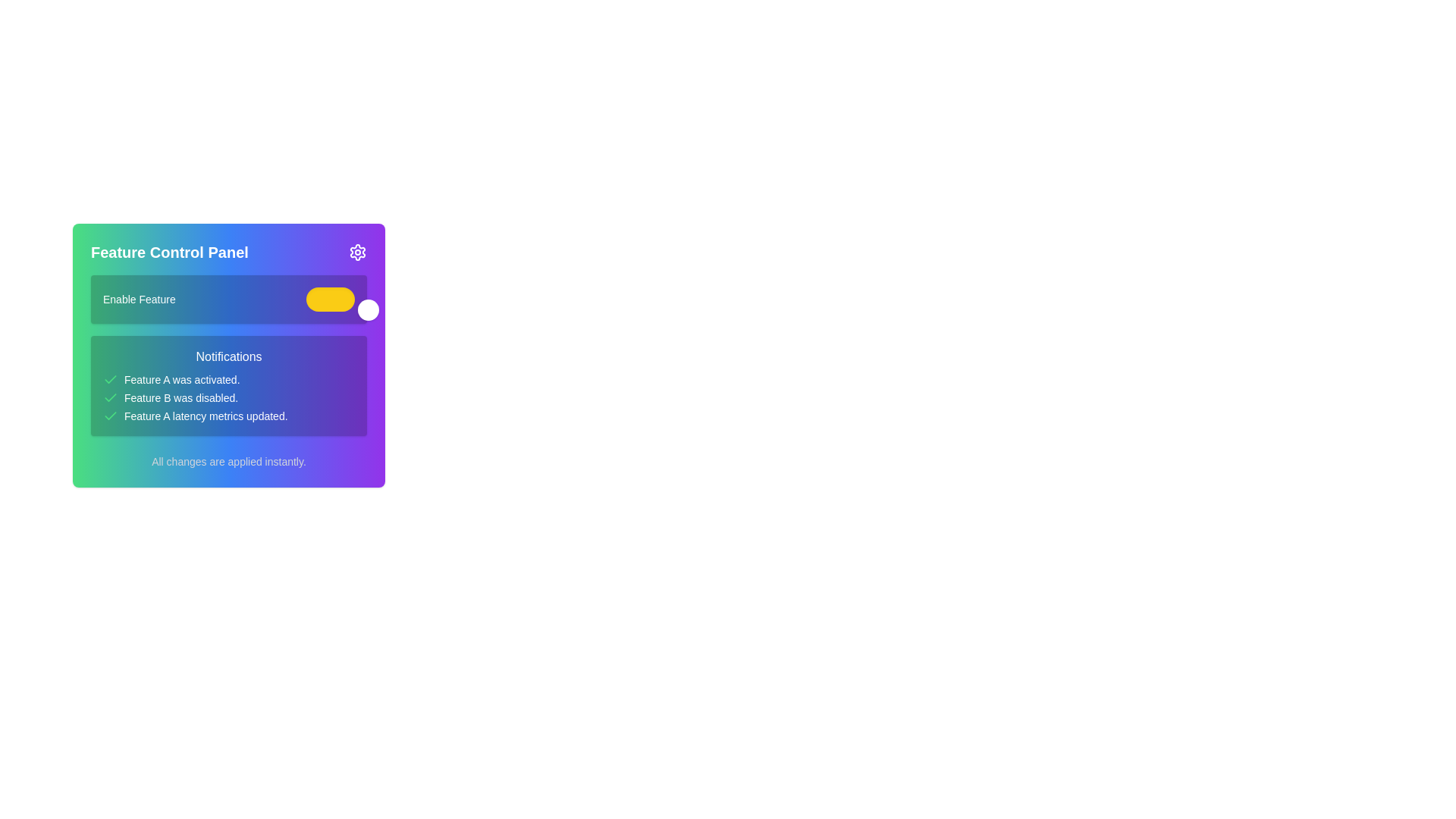 This screenshot has height=819, width=1456. I want to click on the Settings Icon located at the top-right corner of the Feature Control Panel, so click(356, 251).